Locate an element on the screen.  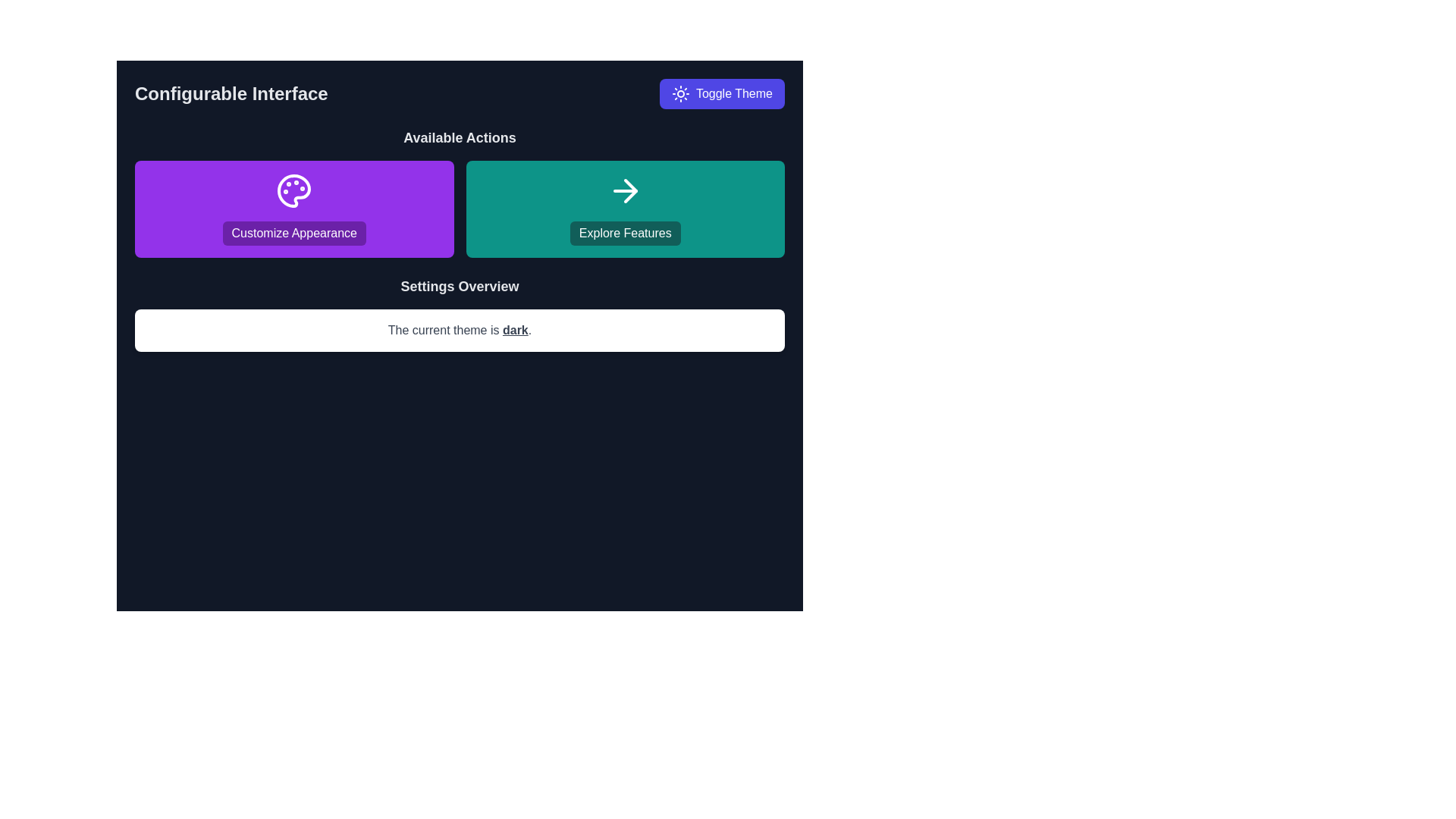
the first button in the 'Available Actions' section is located at coordinates (294, 209).